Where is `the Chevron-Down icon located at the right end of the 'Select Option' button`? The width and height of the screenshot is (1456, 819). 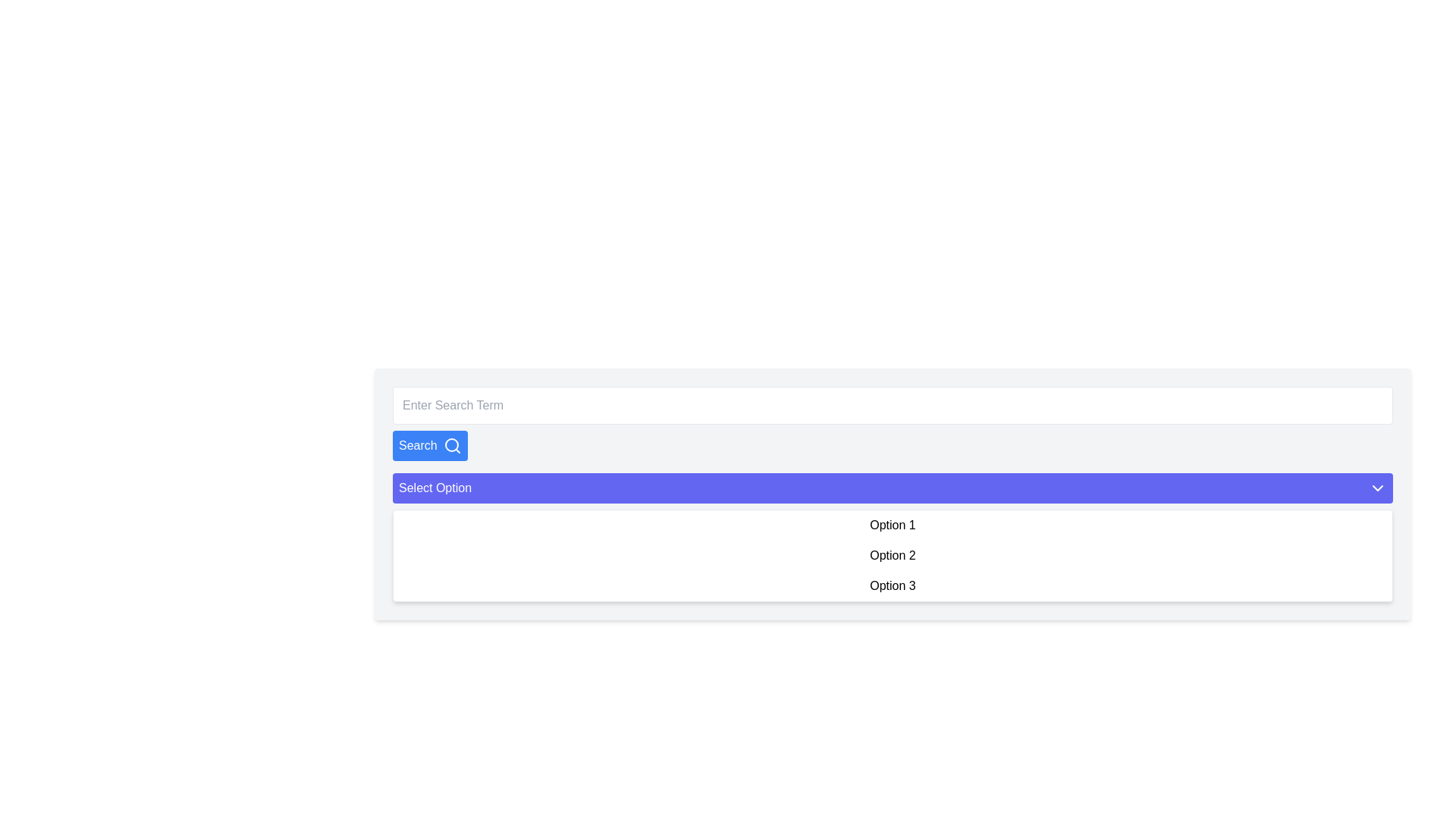 the Chevron-Down icon located at the right end of the 'Select Option' button is located at coordinates (1378, 488).